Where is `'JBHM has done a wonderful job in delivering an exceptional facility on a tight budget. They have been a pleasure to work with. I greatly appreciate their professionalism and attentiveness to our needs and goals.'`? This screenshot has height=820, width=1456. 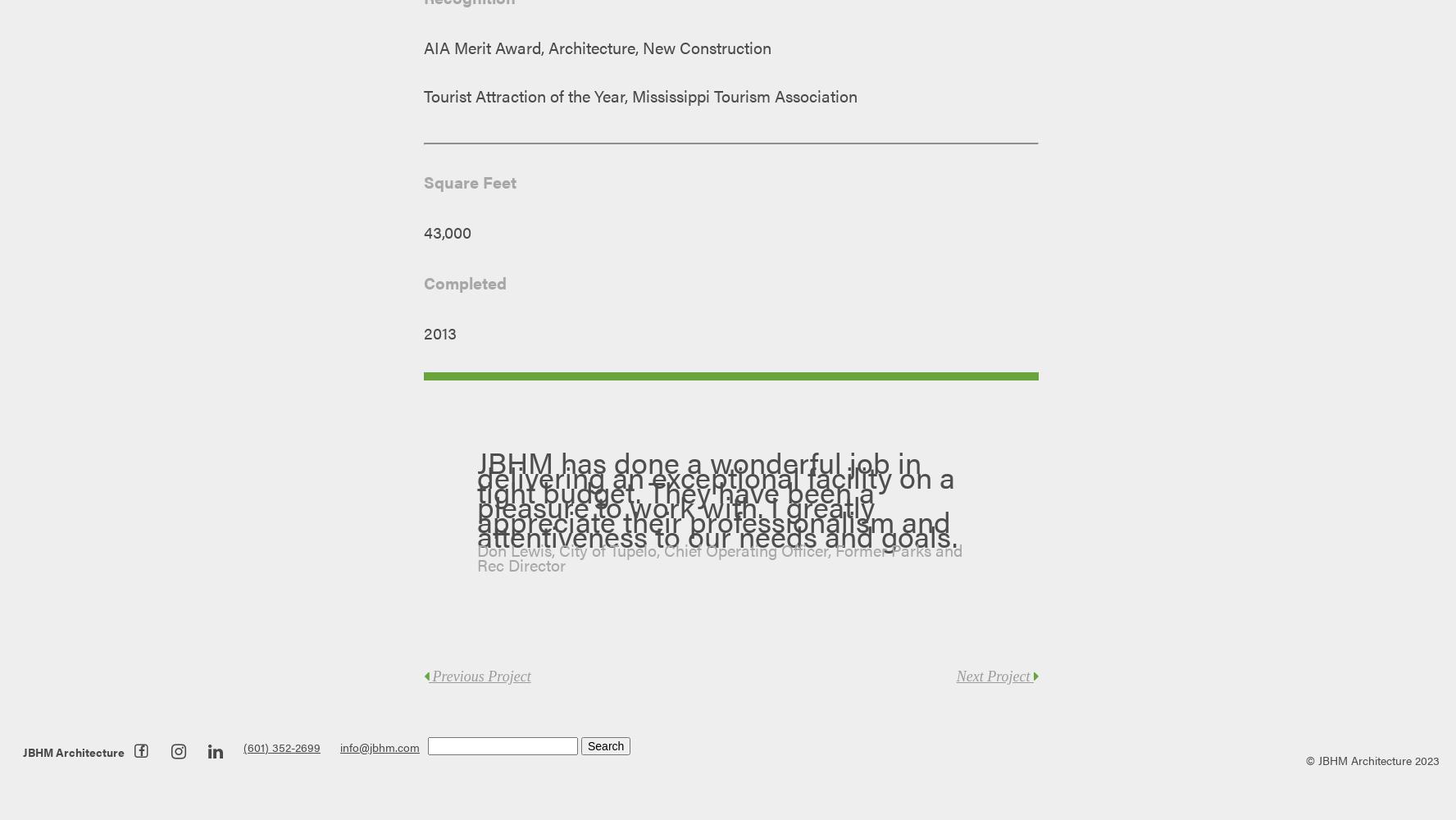 'JBHM has done a wonderful job in delivering an exceptional facility on a tight budget. They have been a pleasure to work with. I greatly appreciate their professionalism and attentiveness to our needs and goals.' is located at coordinates (476, 498).